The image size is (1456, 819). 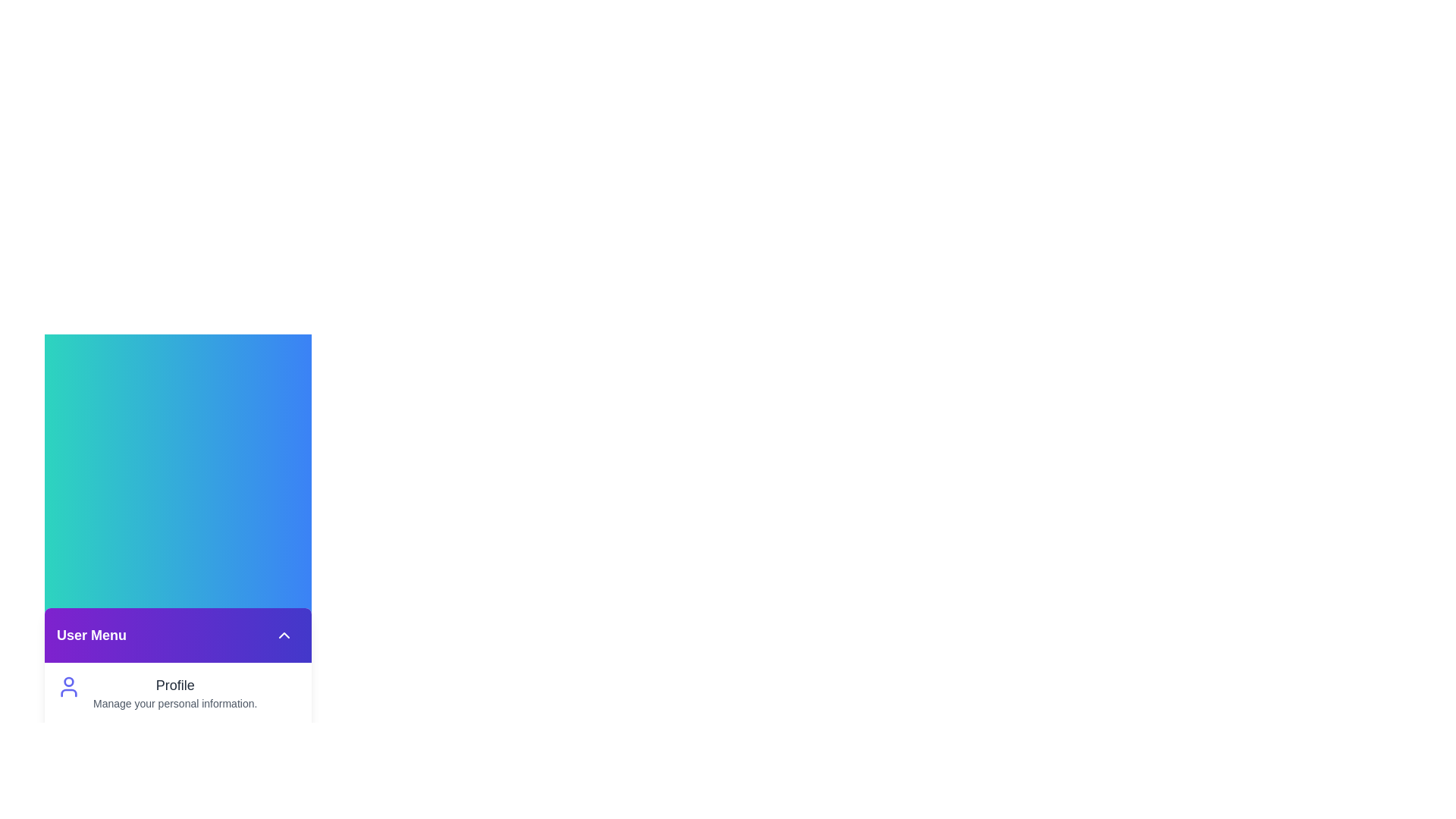 I want to click on the menu item Profile, so click(x=178, y=693).